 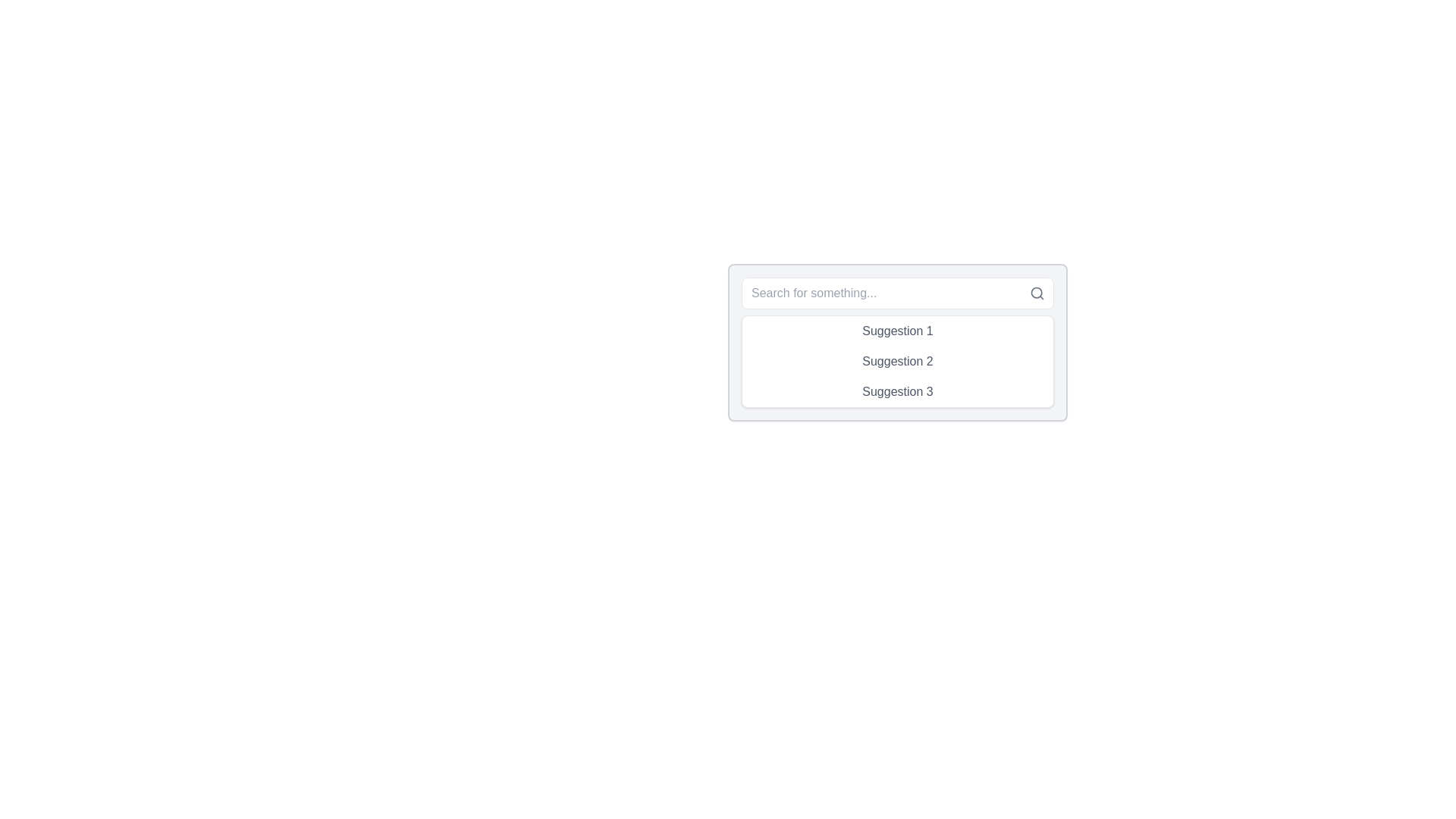 What do you see at coordinates (1036, 293) in the screenshot?
I see `the circular part of the magnifying glass icon located in the top-right corner of the search bar` at bounding box center [1036, 293].